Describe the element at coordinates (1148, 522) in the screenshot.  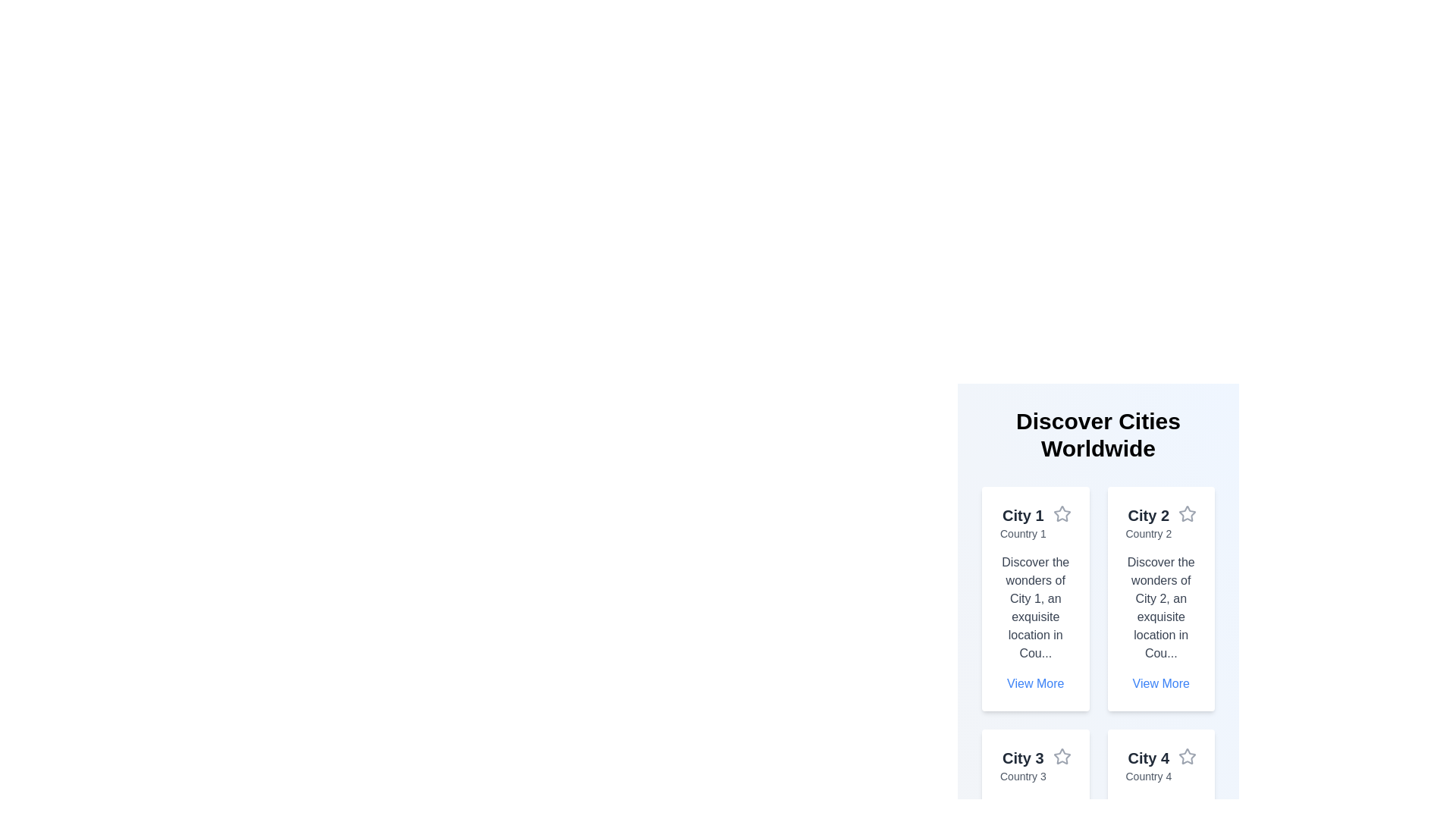
I see `text from the second card in the top row of the grid, which displays the city and country name` at that location.